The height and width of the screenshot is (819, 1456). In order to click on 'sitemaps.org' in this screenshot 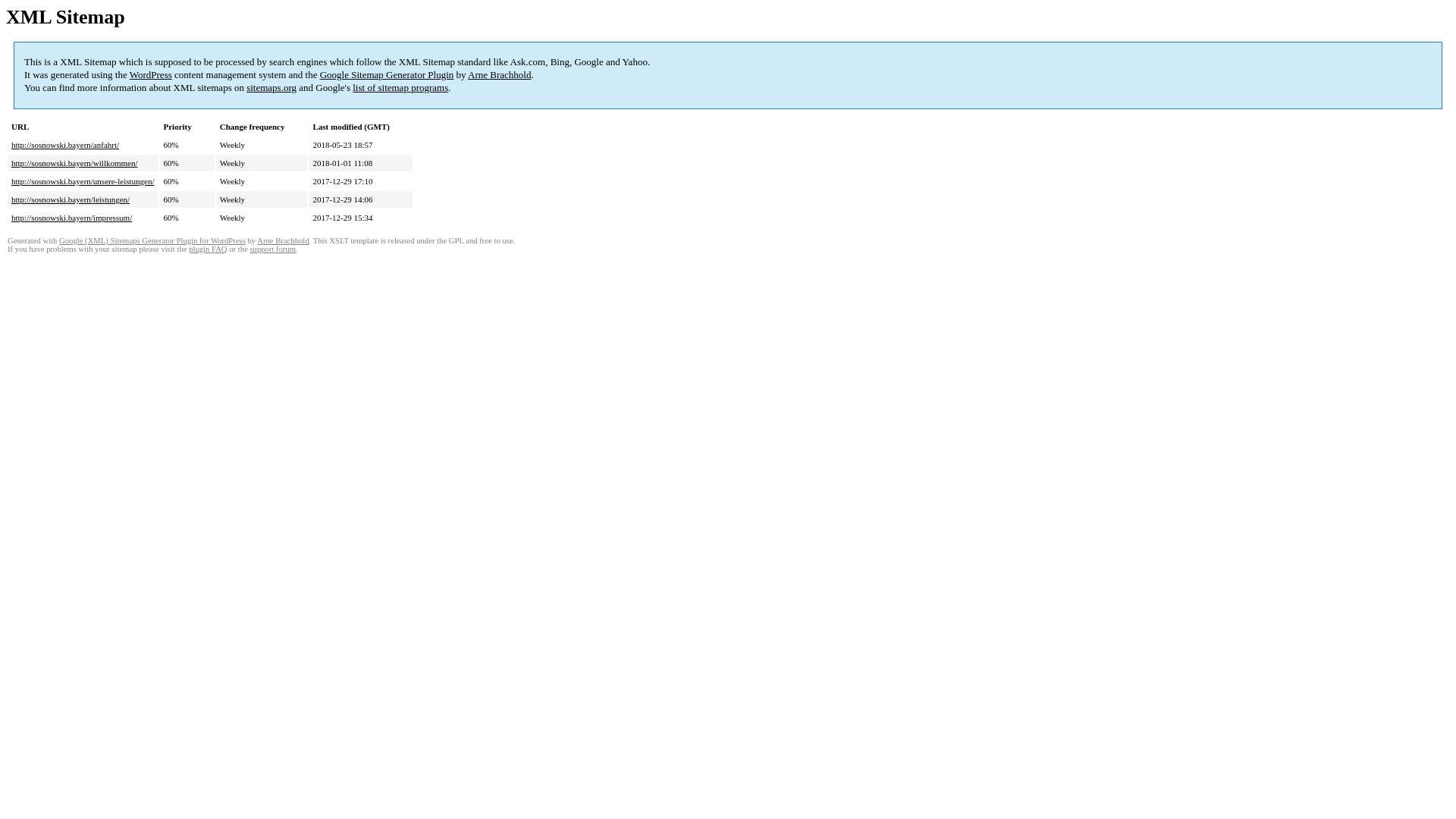, I will do `click(271, 87)`.